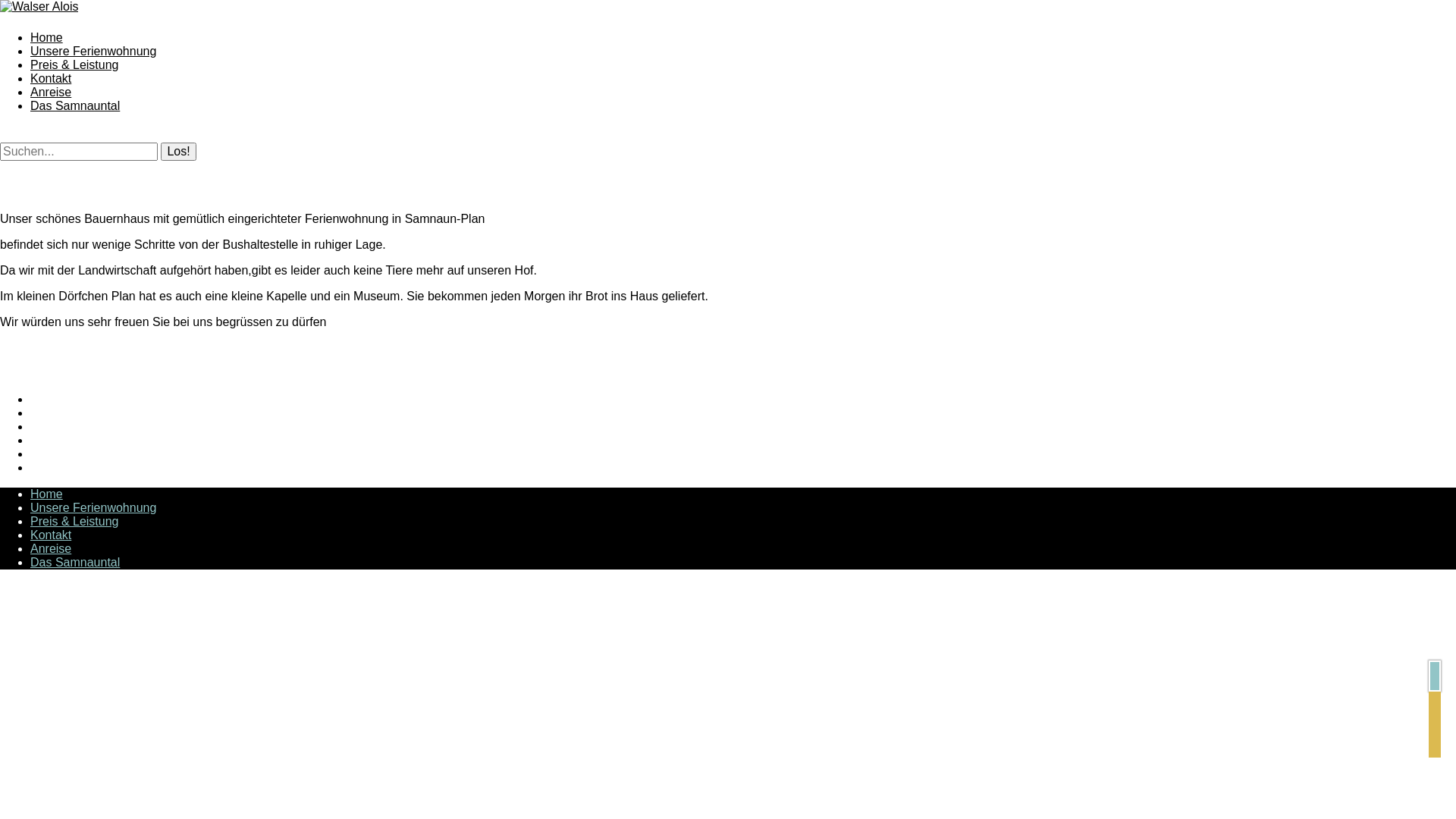 Image resolution: width=1456 pixels, height=819 pixels. What do you see at coordinates (1433, 723) in the screenshot?
I see `'Auf der Karte anzeigen'` at bounding box center [1433, 723].